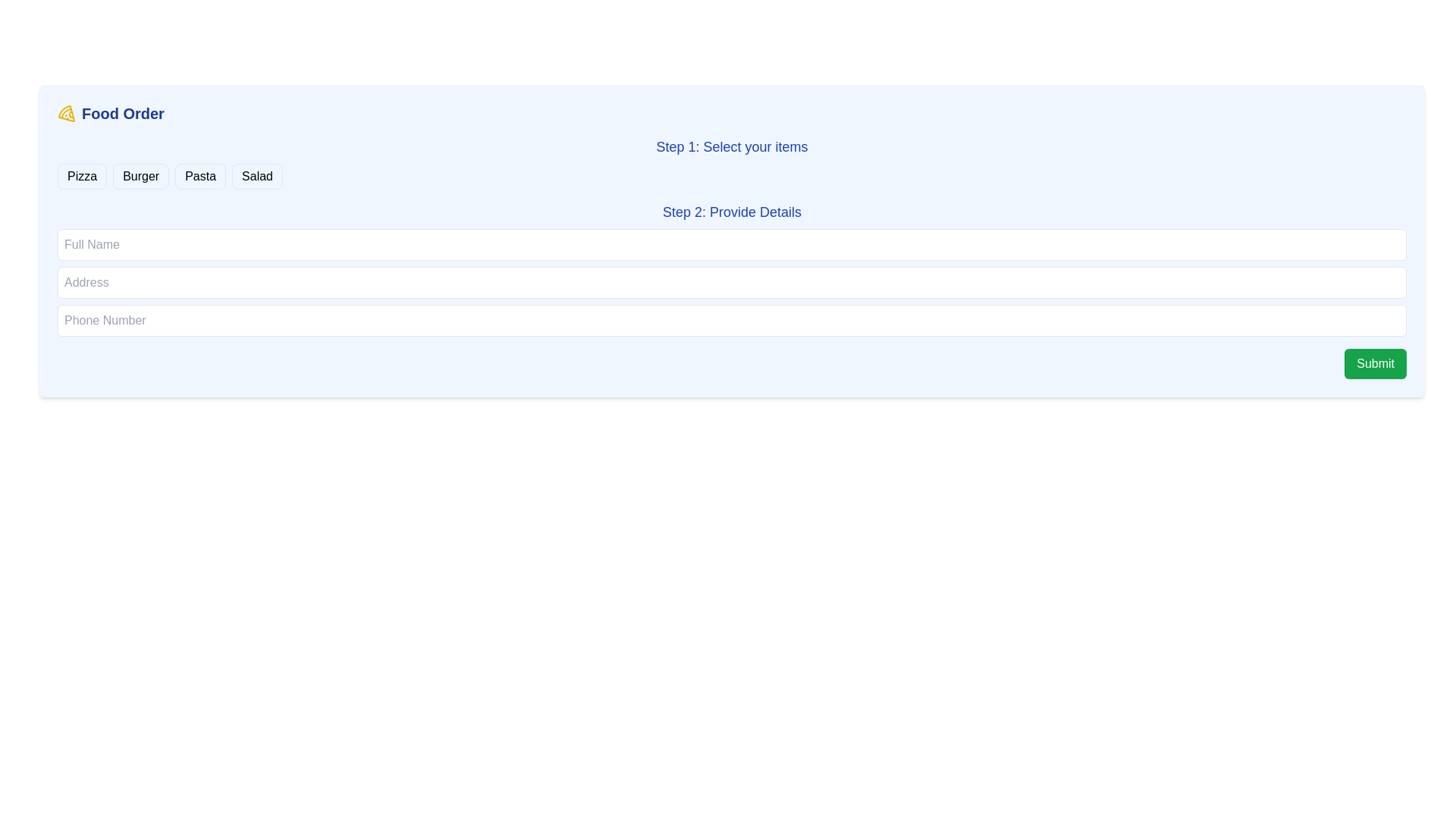 The image size is (1456, 819). I want to click on the pizza slice icon, which is yellow and located next to the 'Food Order' text label in the top left of the interface, so click(65, 113).